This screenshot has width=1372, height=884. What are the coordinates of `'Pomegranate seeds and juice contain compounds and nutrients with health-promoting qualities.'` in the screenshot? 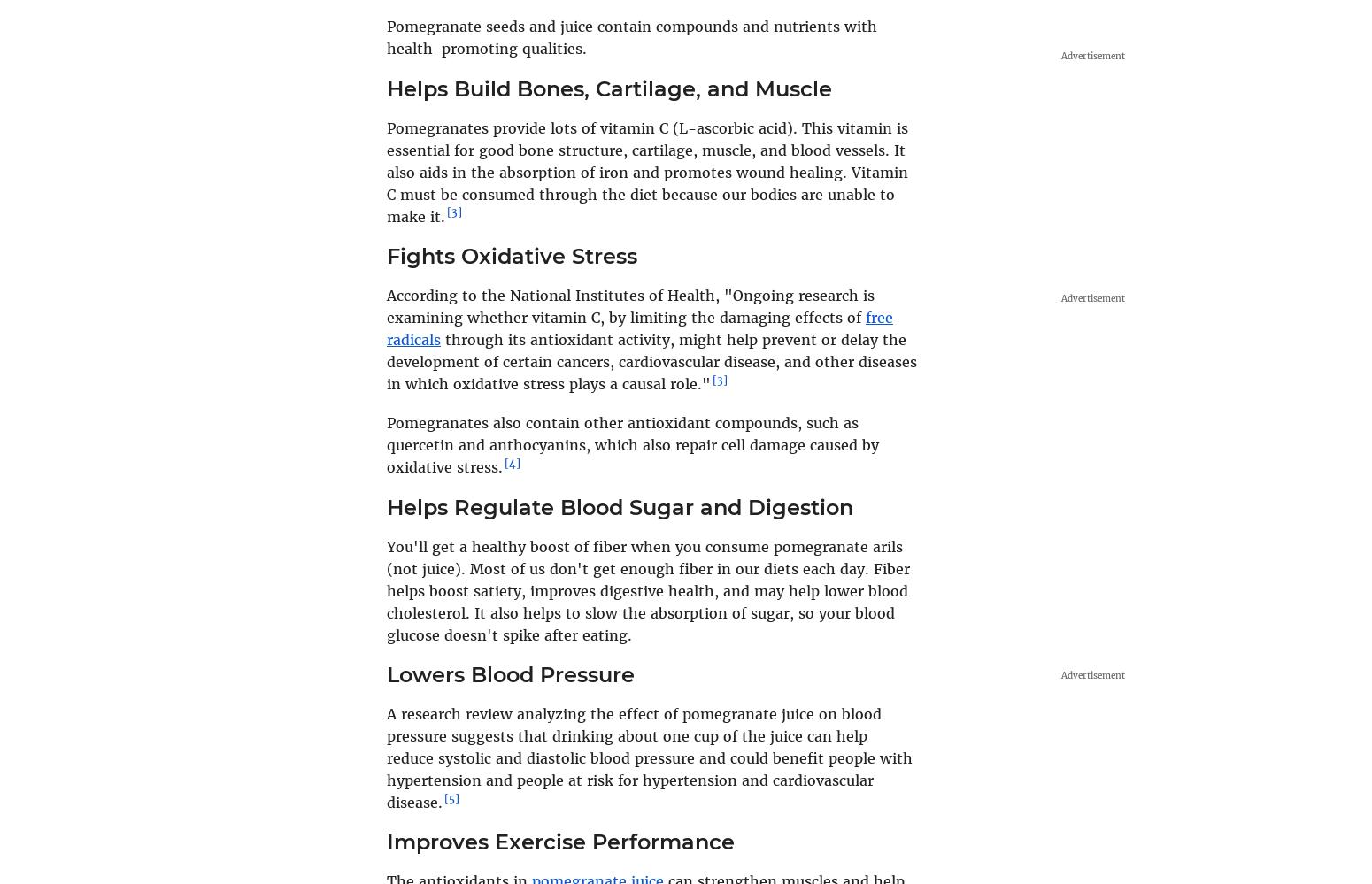 It's located at (631, 37).